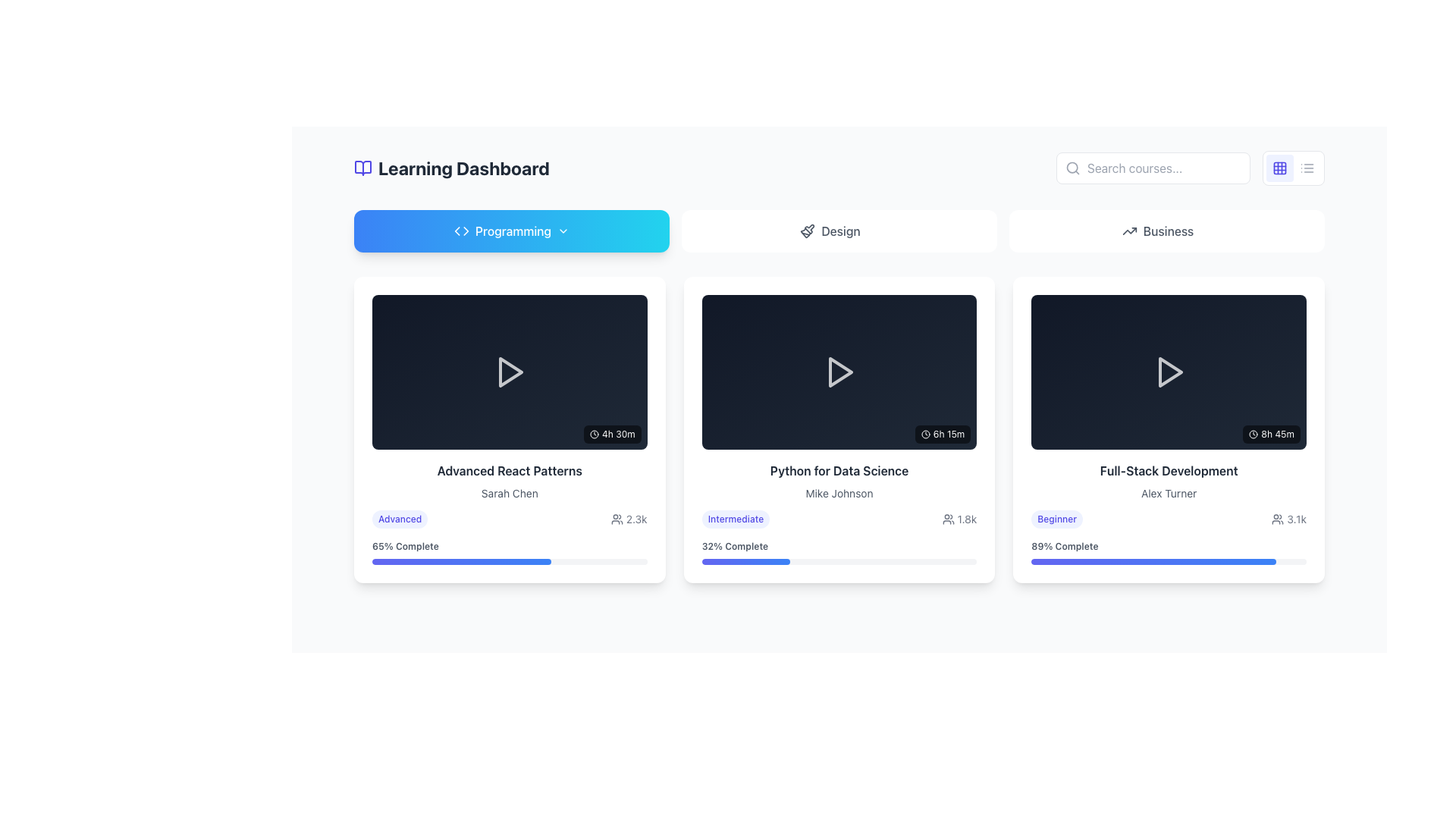 The width and height of the screenshot is (1456, 819). Describe the element at coordinates (512, 231) in the screenshot. I see `the 'Programming' button, which is the first button in a group of three horizontally aligned buttons, featuring a gradient background from blue to cyan and white text with icons` at that location.